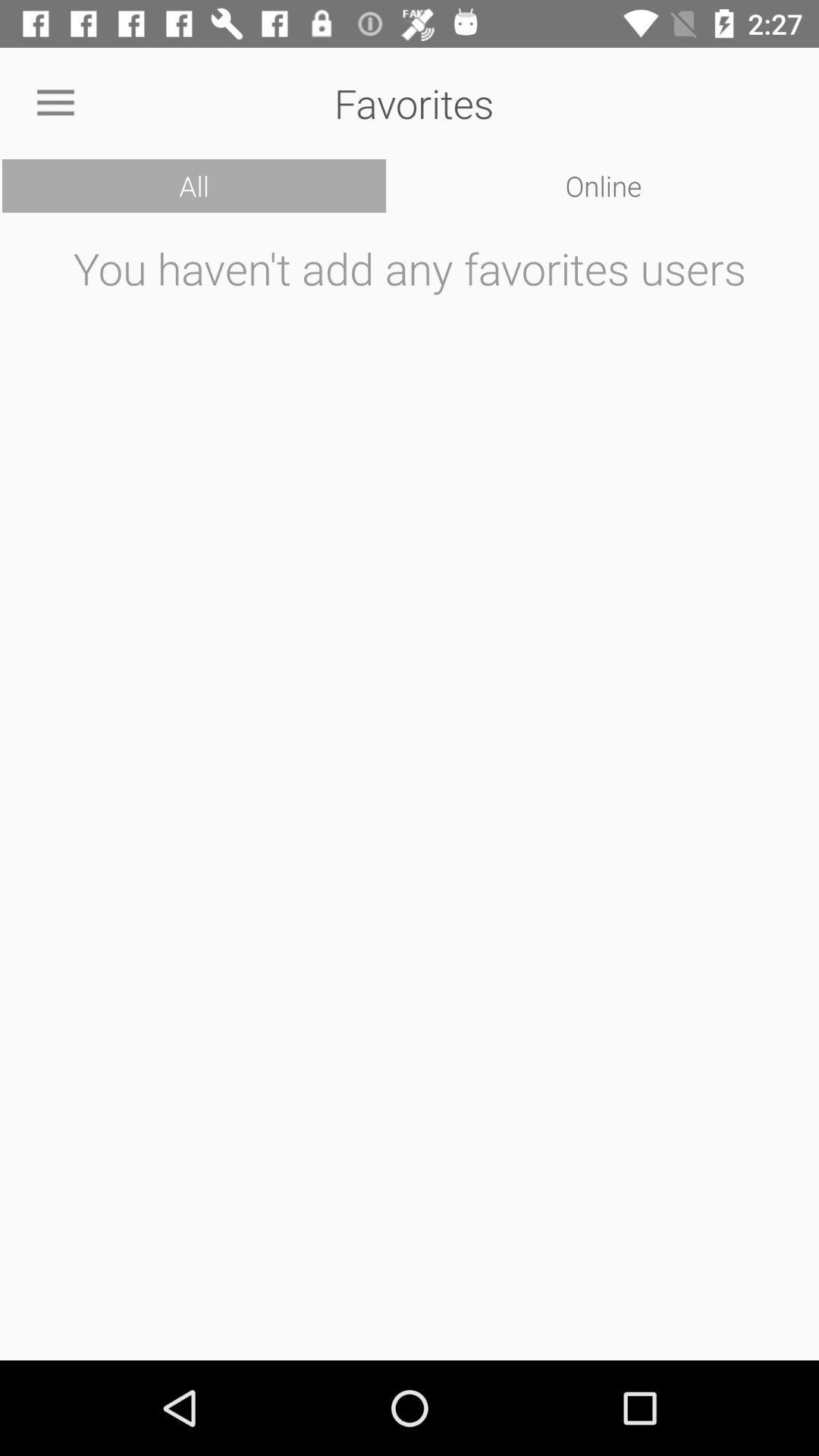  Describe the element at coordinates (55, 102) in the screenshot. I see `the icon above all icon` at that location.